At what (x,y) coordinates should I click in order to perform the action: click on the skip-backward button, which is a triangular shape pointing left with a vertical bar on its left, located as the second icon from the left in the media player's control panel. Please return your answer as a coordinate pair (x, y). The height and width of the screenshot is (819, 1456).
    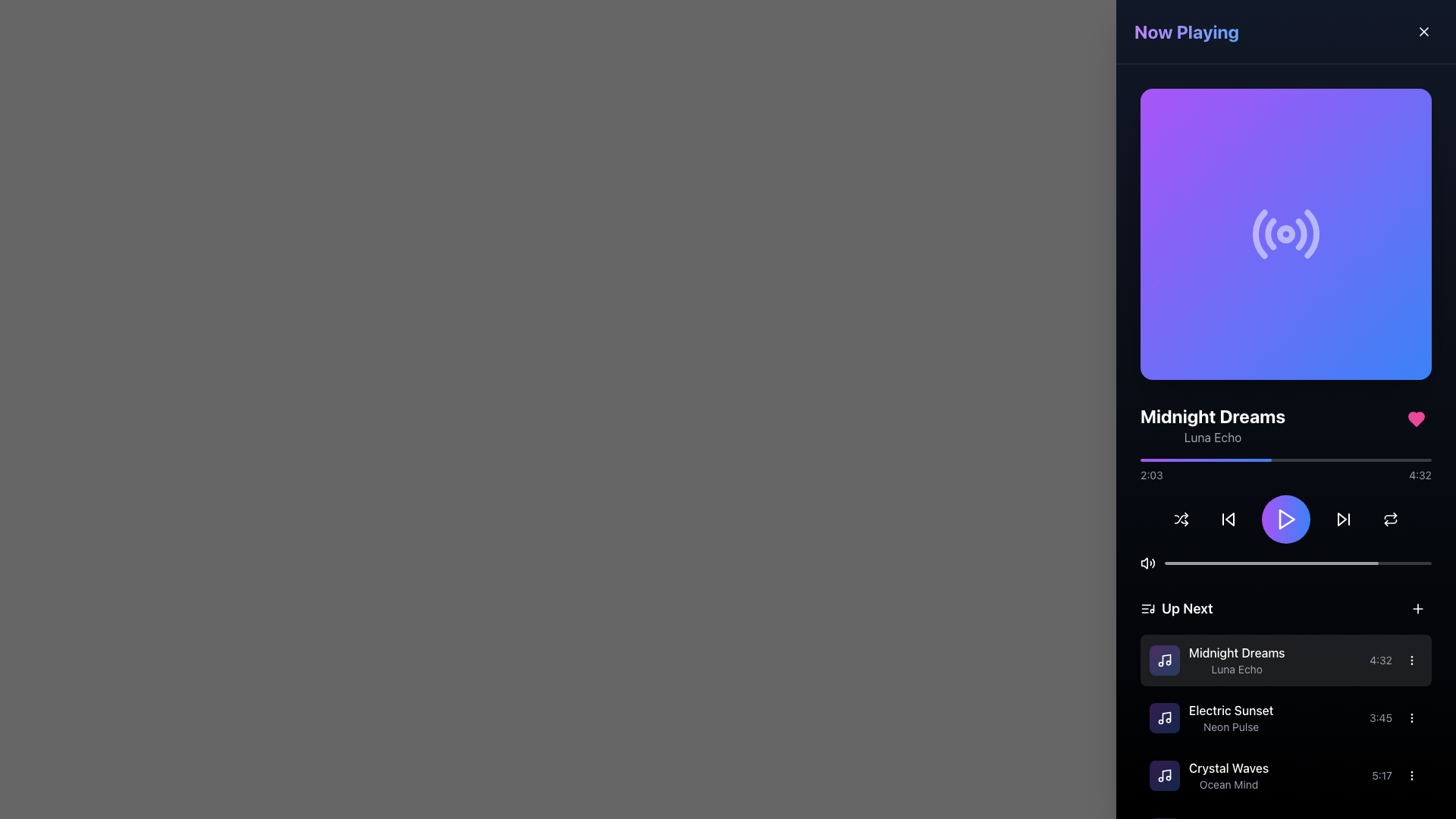
    Looking at the image, I should click on (1228, 519).